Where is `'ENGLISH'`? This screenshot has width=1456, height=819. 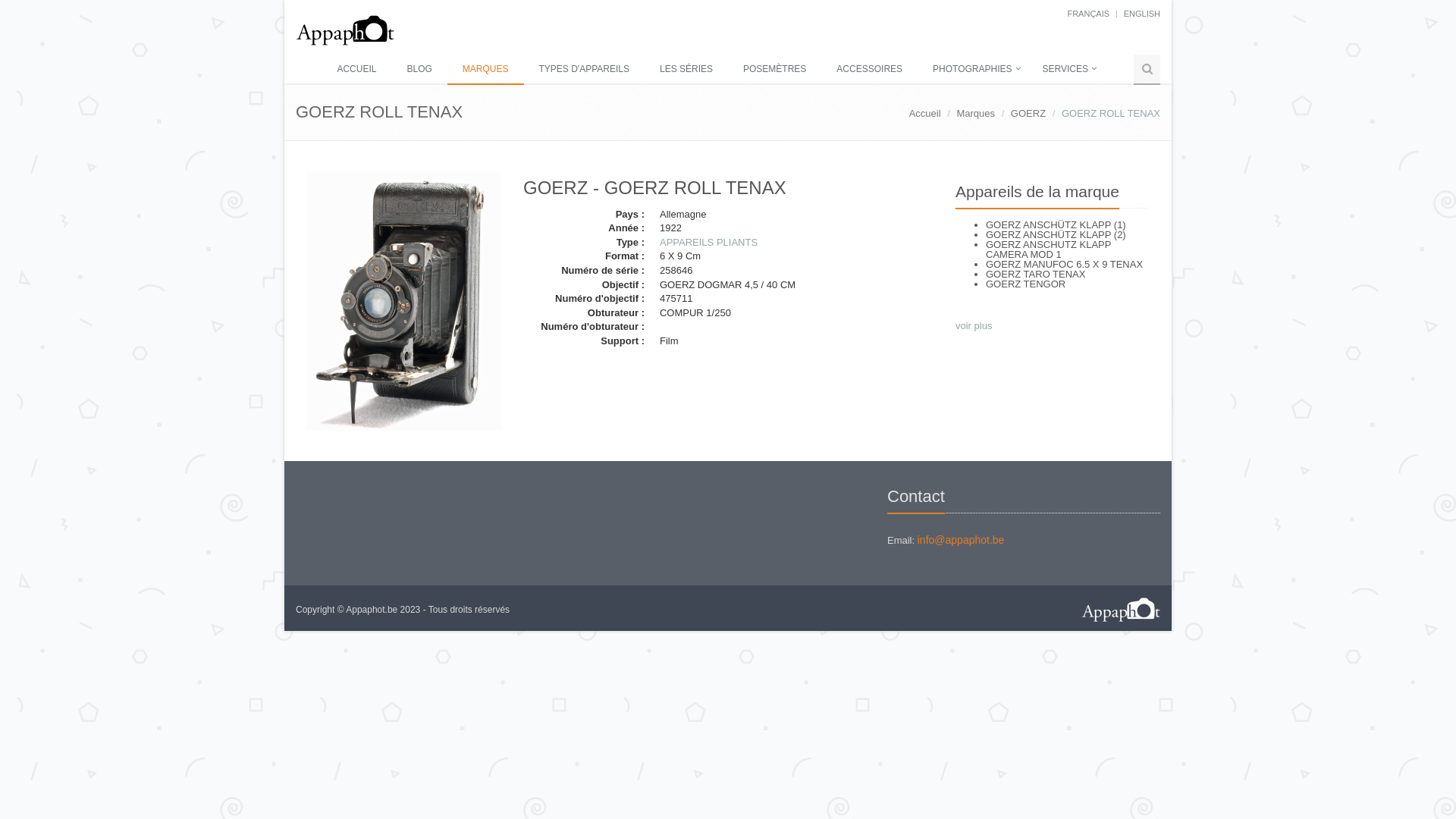 'ENGLISH' is located at coordinates (1142, 14).